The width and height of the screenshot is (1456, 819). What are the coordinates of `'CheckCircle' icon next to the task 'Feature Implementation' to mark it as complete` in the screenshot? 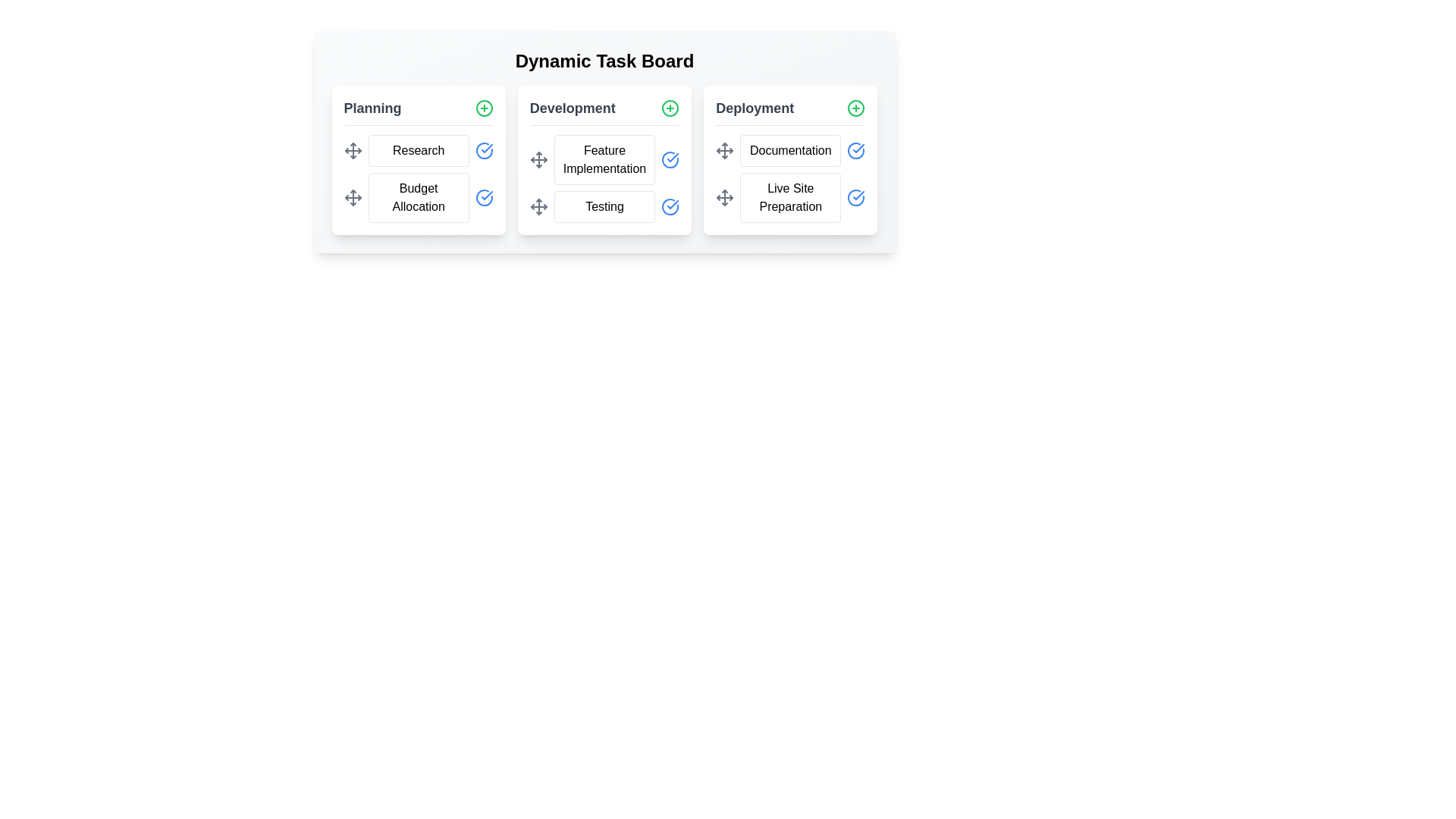 It's located at (670, 160).